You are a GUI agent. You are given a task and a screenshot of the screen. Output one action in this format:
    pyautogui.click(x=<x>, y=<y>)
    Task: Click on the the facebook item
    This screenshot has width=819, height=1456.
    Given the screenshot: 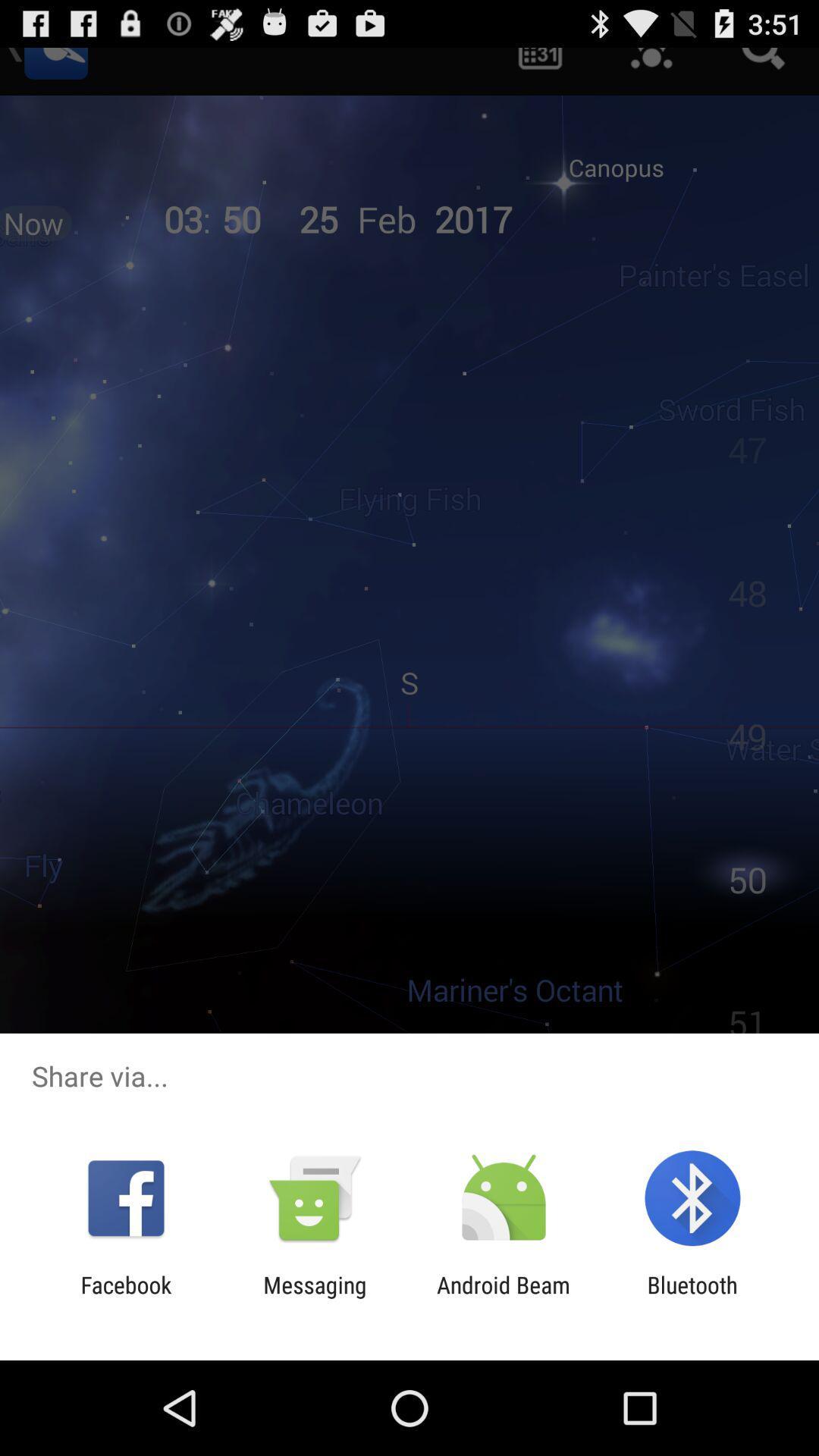 What is the action you would take?
    pyautogui.click(x=125, y=1298)
    